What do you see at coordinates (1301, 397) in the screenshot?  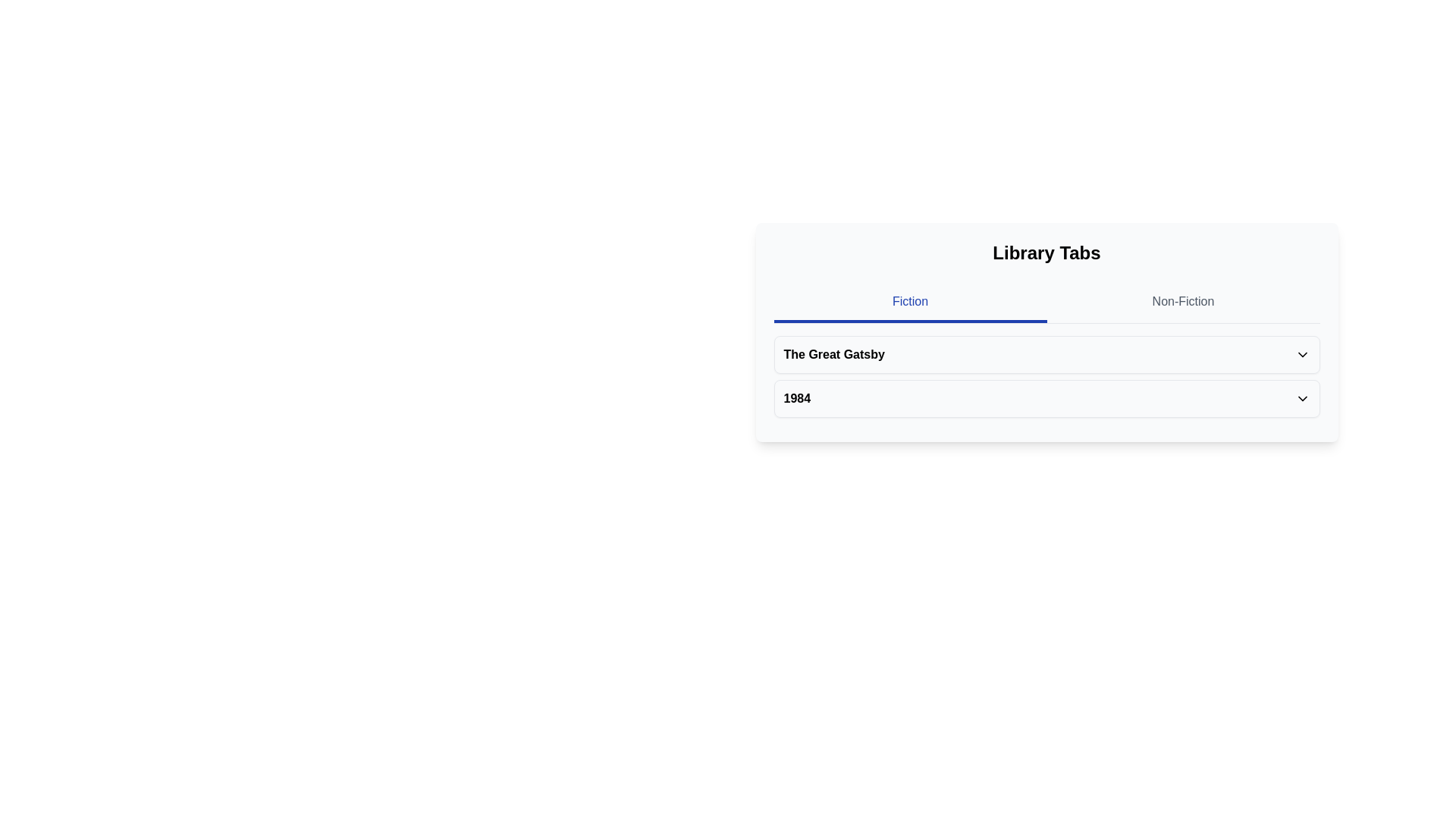 I see `the downward-pointing chevron icon on the far-right side of the row labeled '1984'` at bounding box center [1301, 397].